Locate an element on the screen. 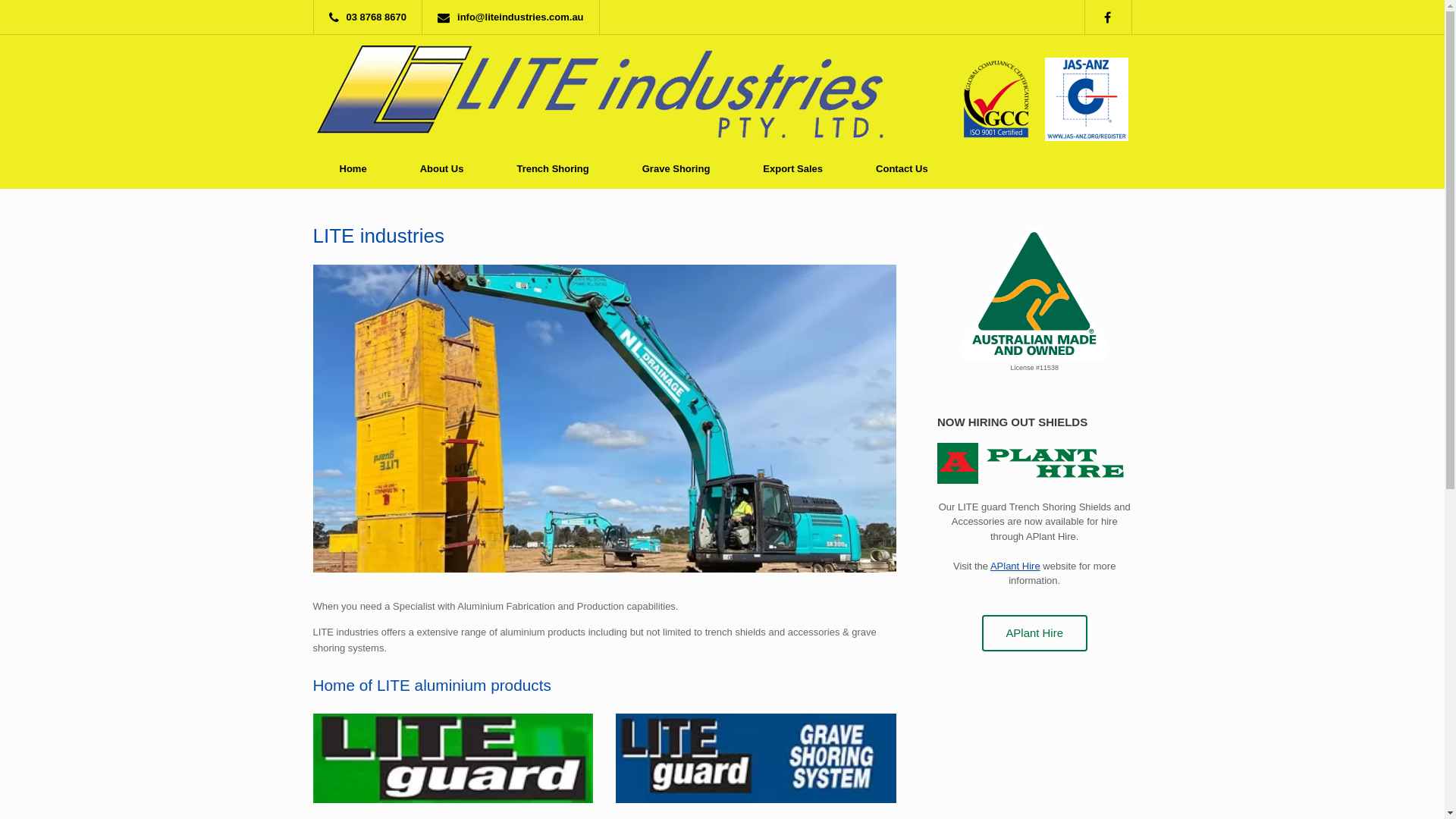  'Trench Shoring' is located at coordinates (551, 168).